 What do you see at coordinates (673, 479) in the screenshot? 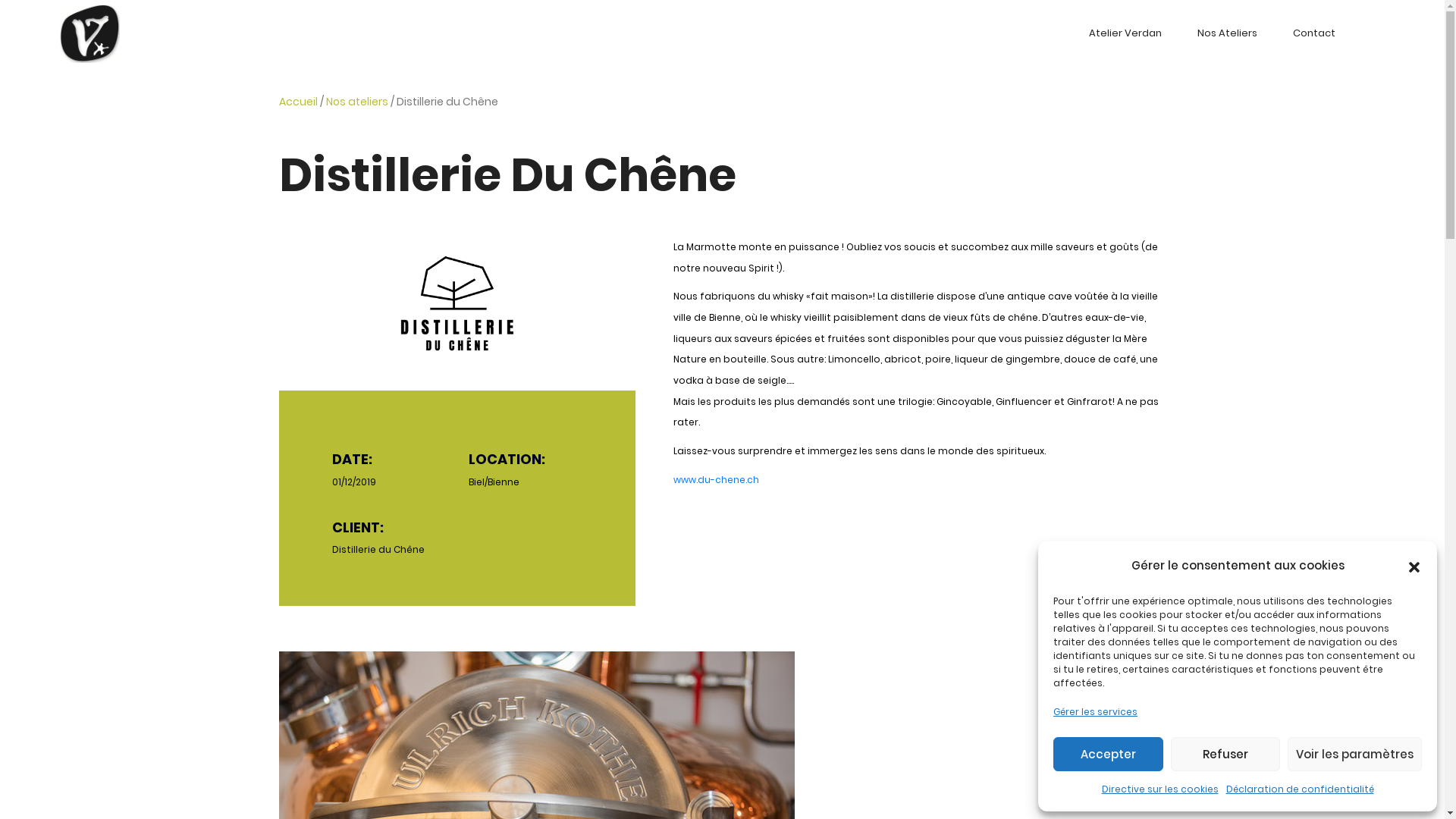
I see `'www.du-chene.ch'` at bounding box center [673, 479].